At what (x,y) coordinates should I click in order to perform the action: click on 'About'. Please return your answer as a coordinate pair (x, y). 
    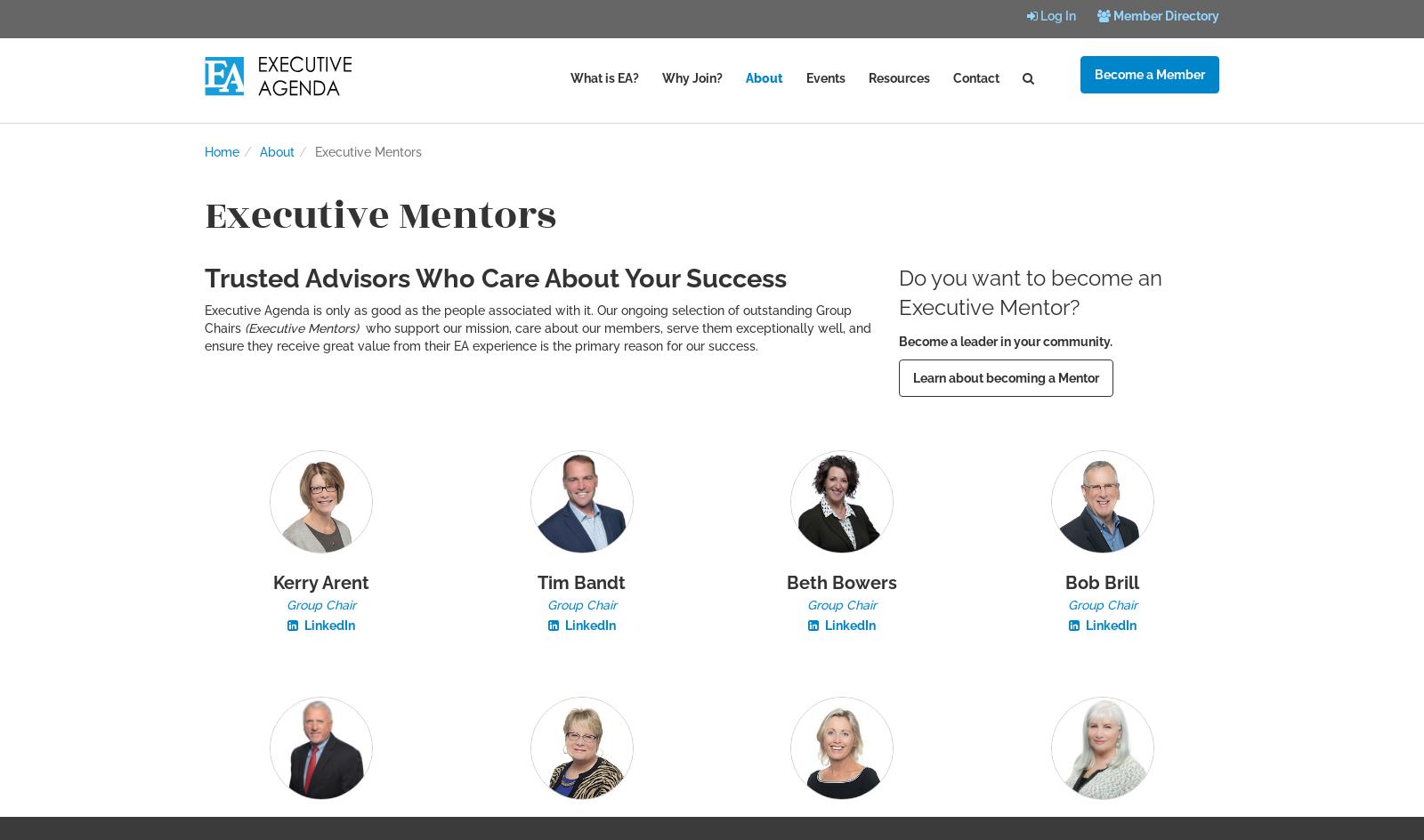
    Looking at the image, I should click on (277, 151).